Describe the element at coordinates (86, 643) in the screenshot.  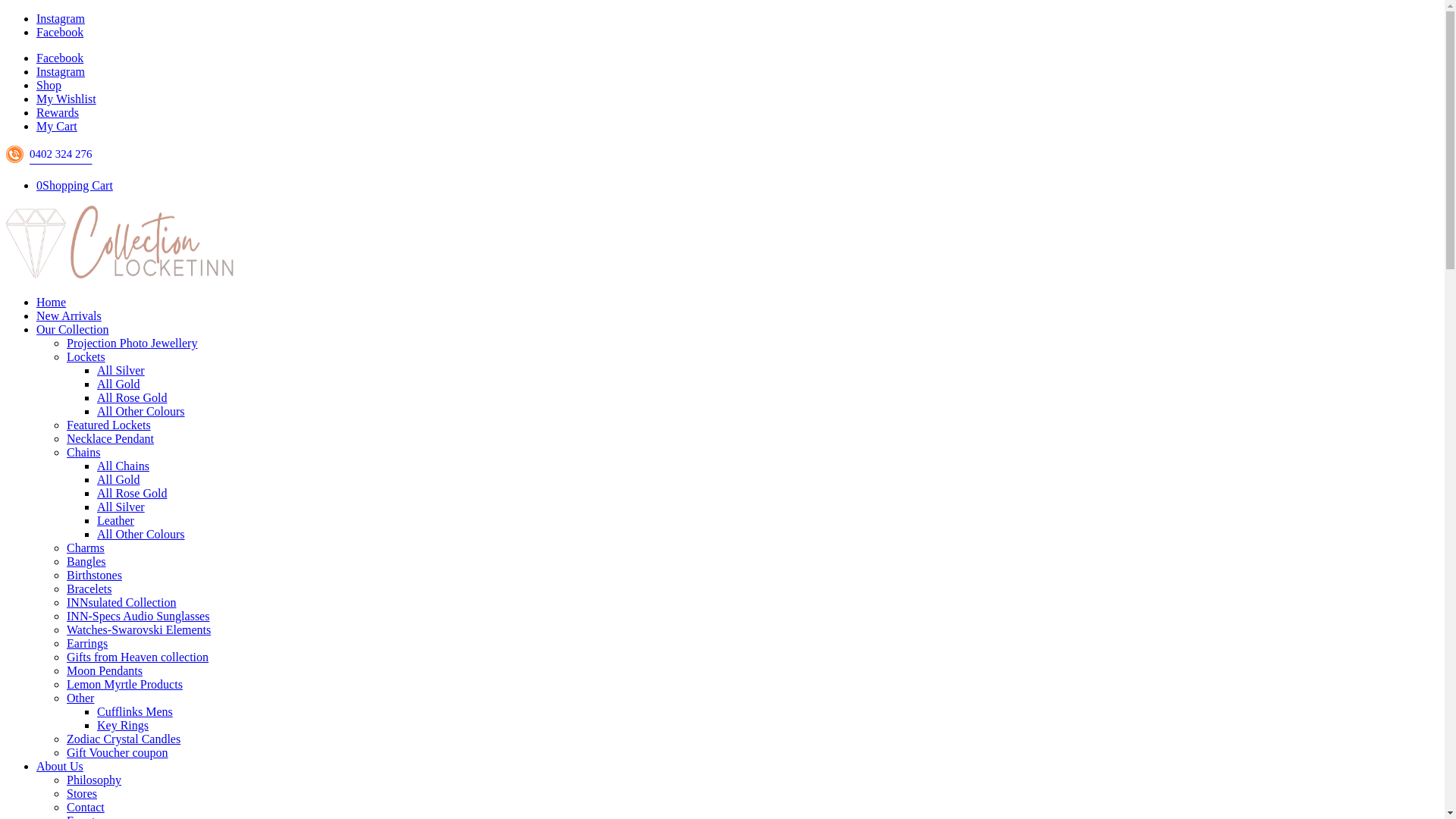
I see `'Earrings'` at that location.